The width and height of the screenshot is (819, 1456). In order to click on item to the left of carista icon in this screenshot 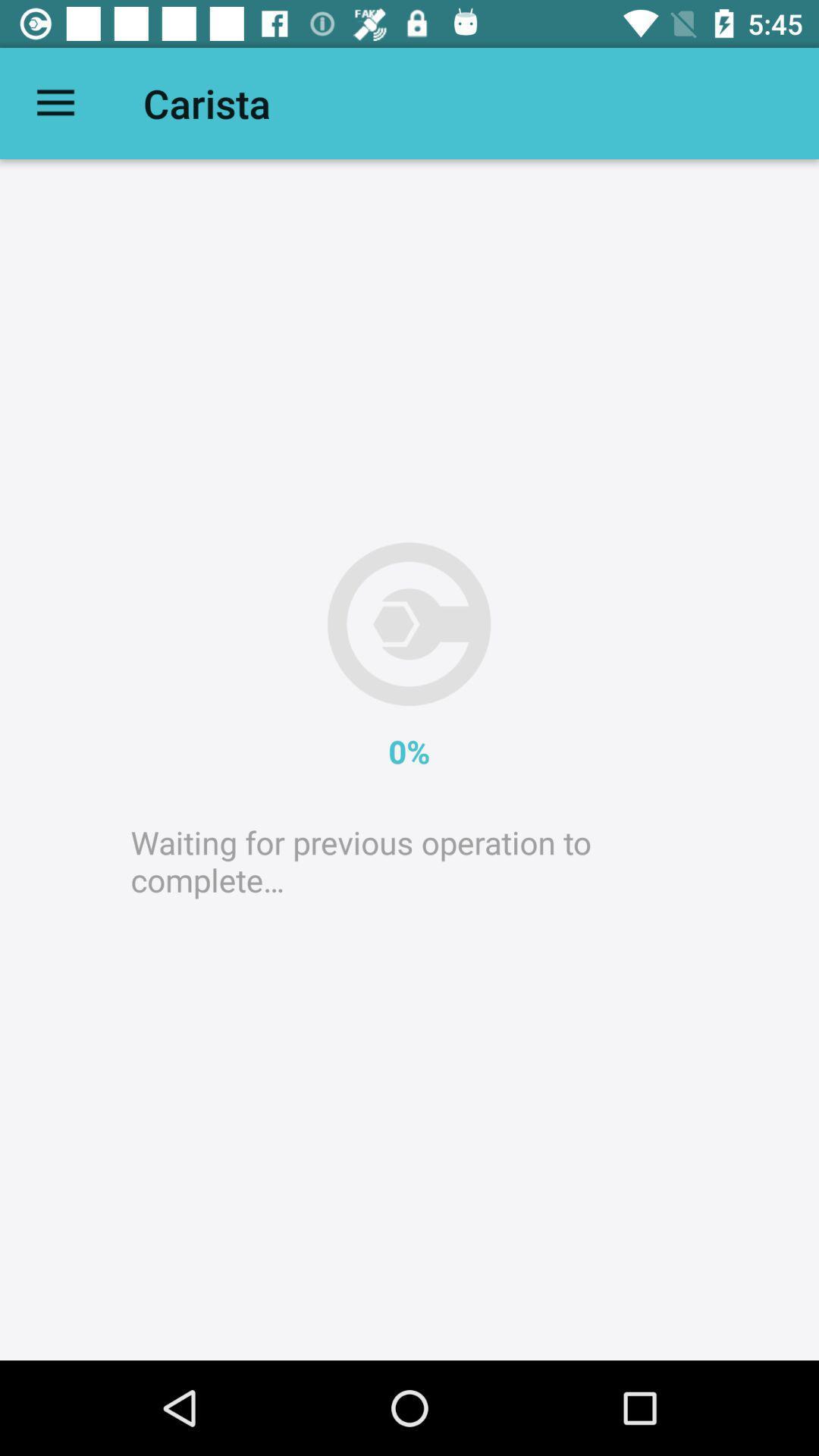, I will do `click(55, 102)`.